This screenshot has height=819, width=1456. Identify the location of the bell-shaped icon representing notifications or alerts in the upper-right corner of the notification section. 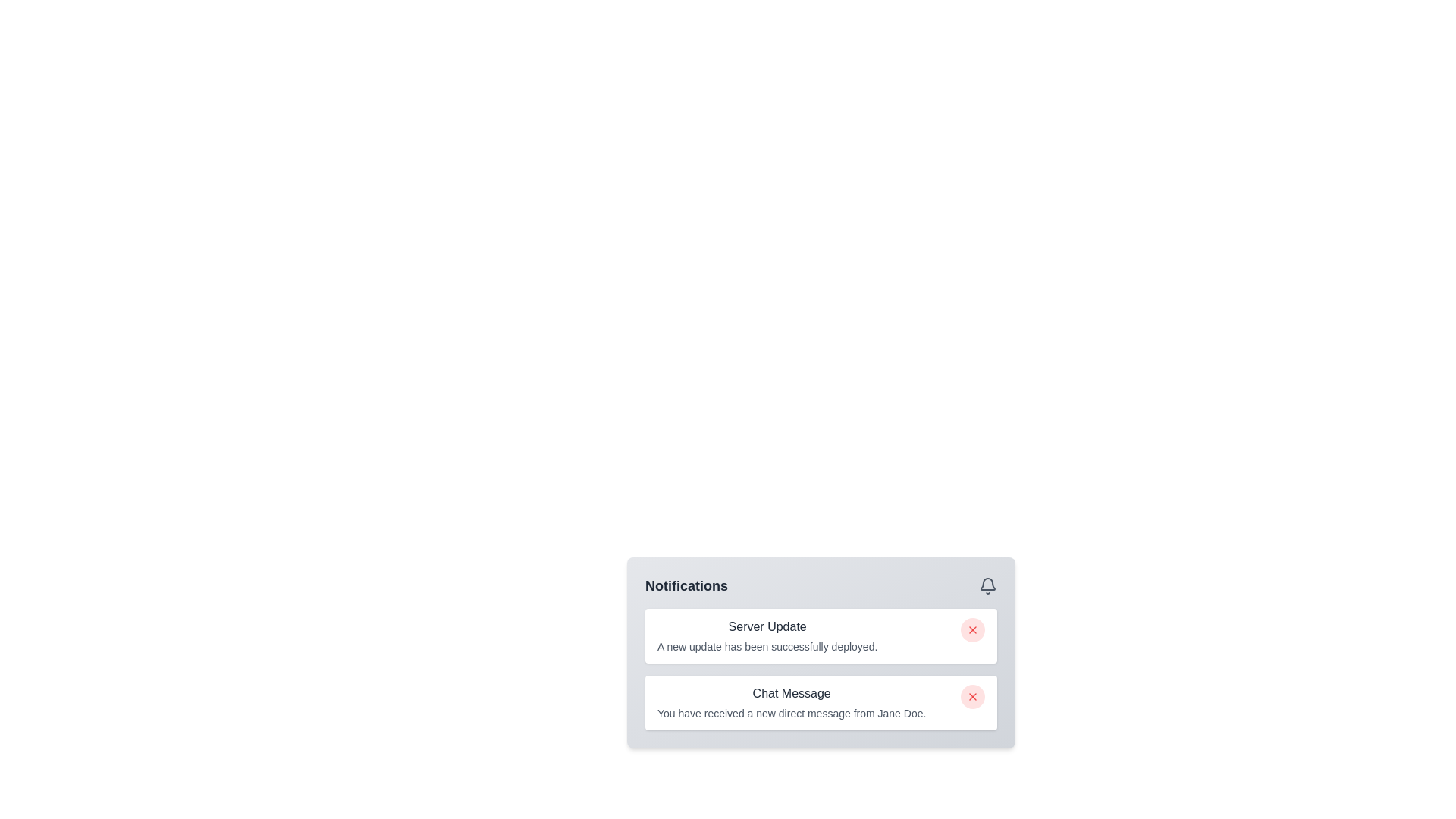
(987, 583).